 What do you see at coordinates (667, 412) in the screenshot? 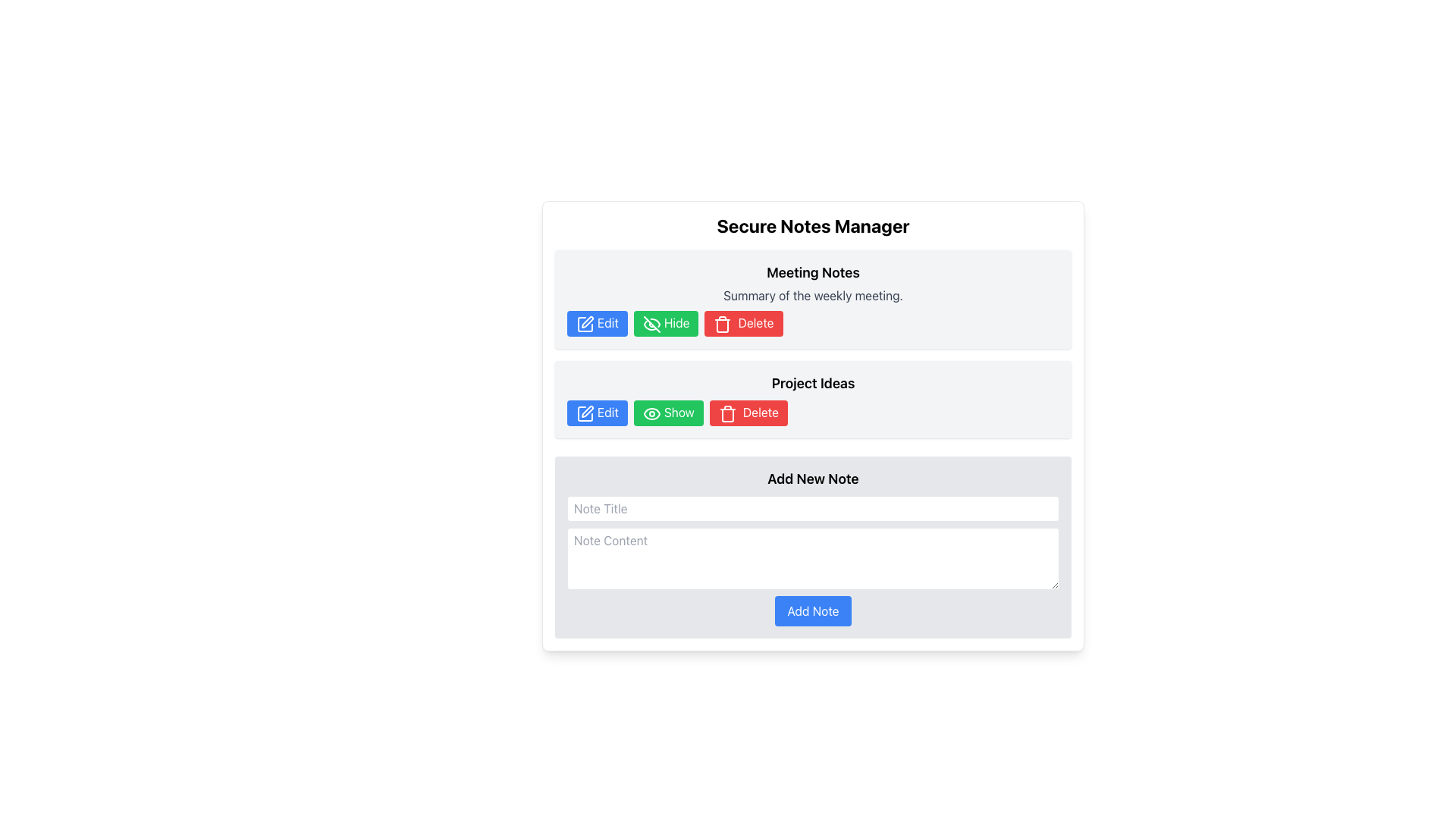
I see `the green 'Show' button with an eye icon` at bounding box center [667, 412].